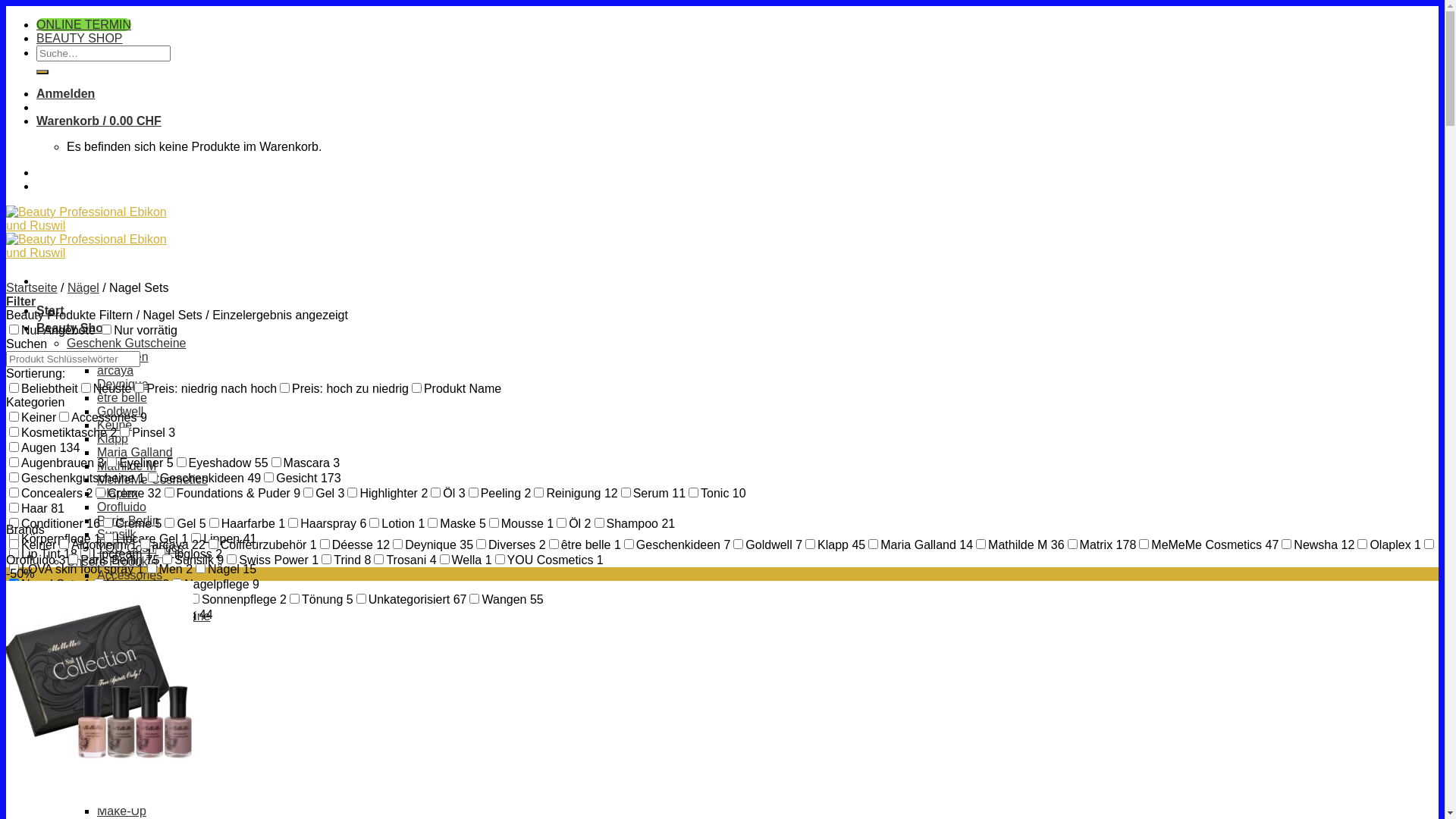  I want to click on 'Beauty Professional Ebikon und Ruswil - Esther Winiger', so click(93, 239).